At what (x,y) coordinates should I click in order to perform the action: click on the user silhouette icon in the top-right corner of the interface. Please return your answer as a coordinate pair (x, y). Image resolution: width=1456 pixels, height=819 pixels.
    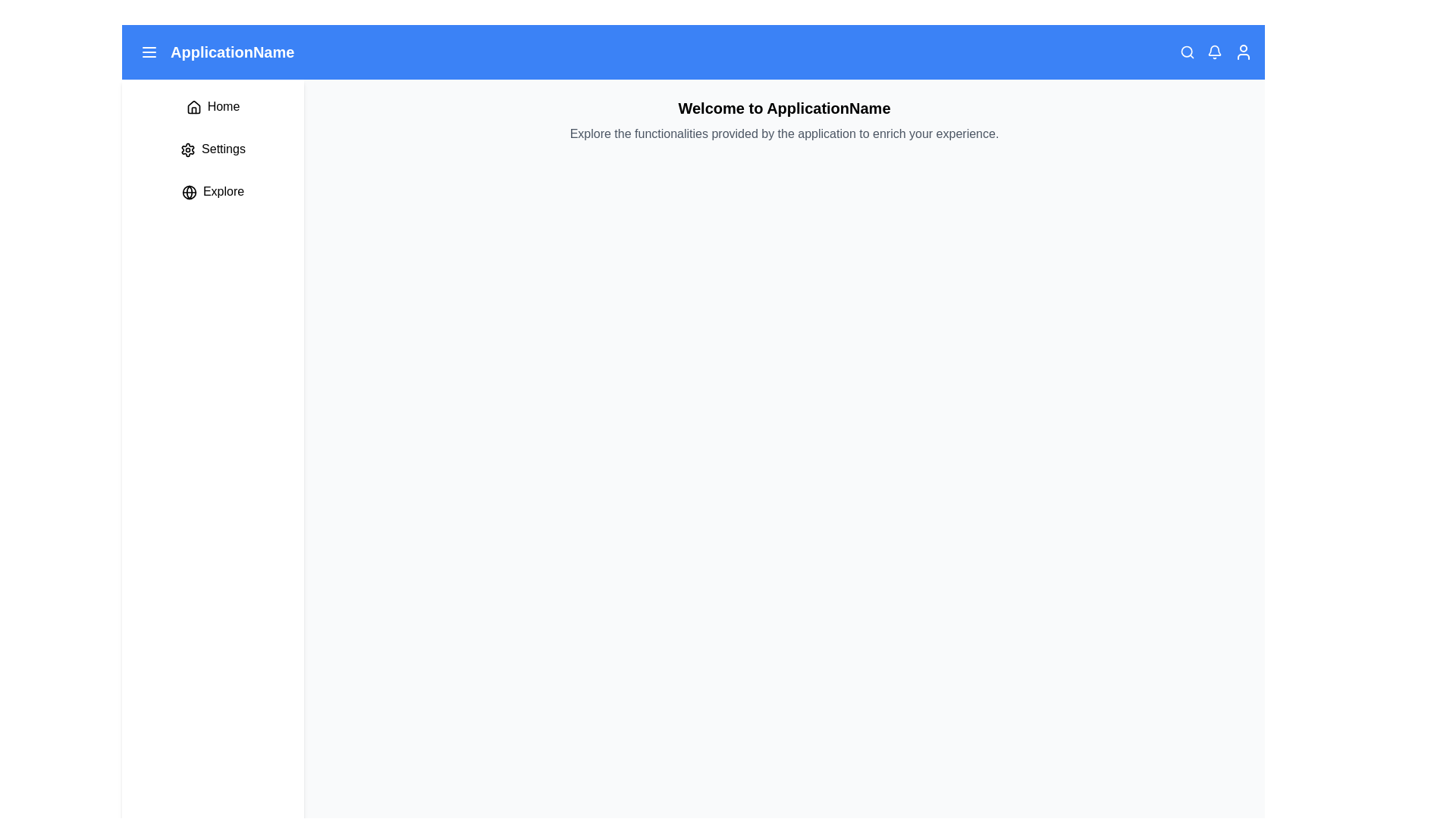
    Looking at the image, I should click on (1244, 52).